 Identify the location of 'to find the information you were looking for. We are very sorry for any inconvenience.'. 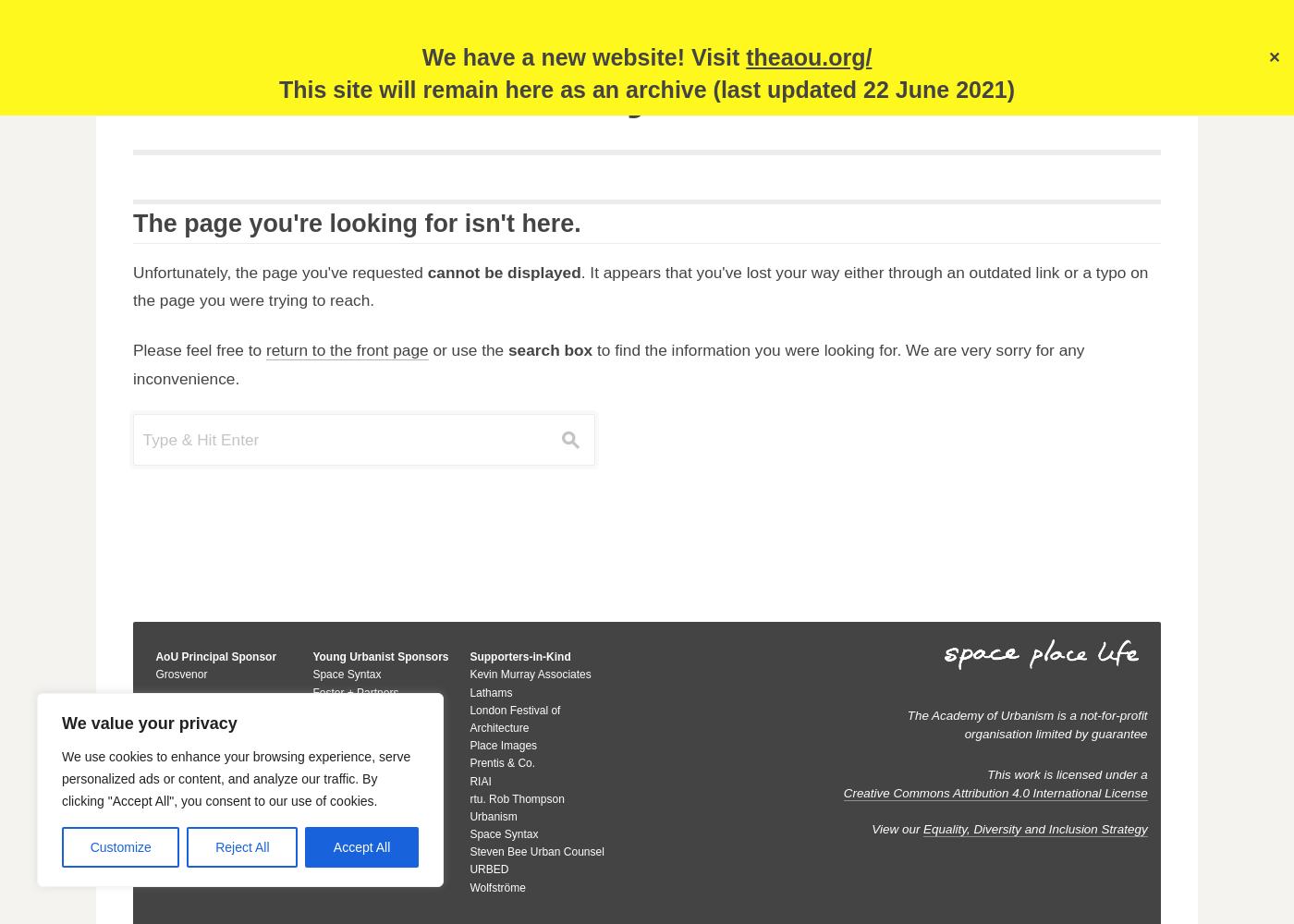
(608, 364).